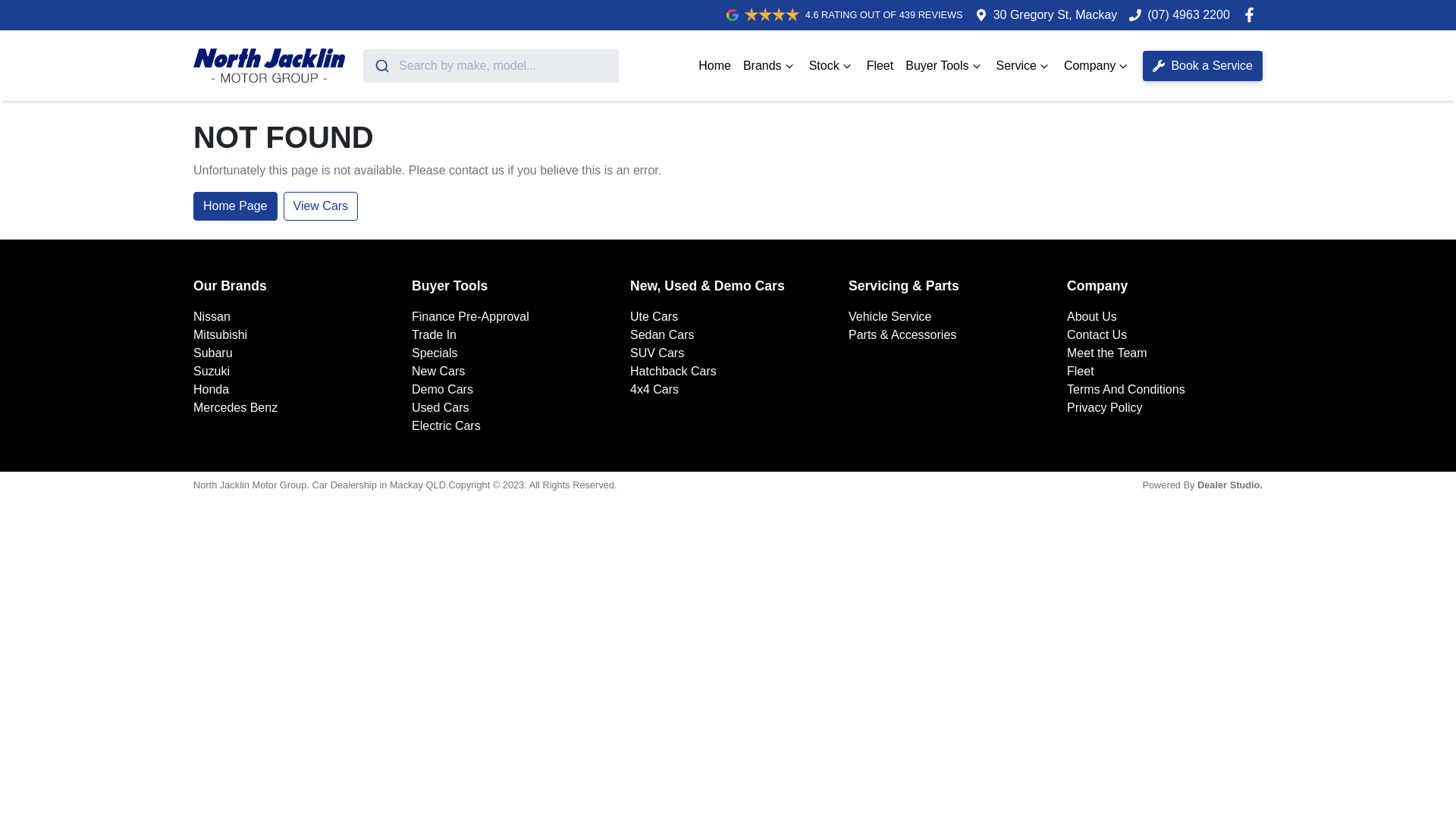 This screenshot has width=1456, height=819. What do you see at coordinates (1024, 64) in the screenshot?
I see `'Service'` at bounding box center [1024, 64].